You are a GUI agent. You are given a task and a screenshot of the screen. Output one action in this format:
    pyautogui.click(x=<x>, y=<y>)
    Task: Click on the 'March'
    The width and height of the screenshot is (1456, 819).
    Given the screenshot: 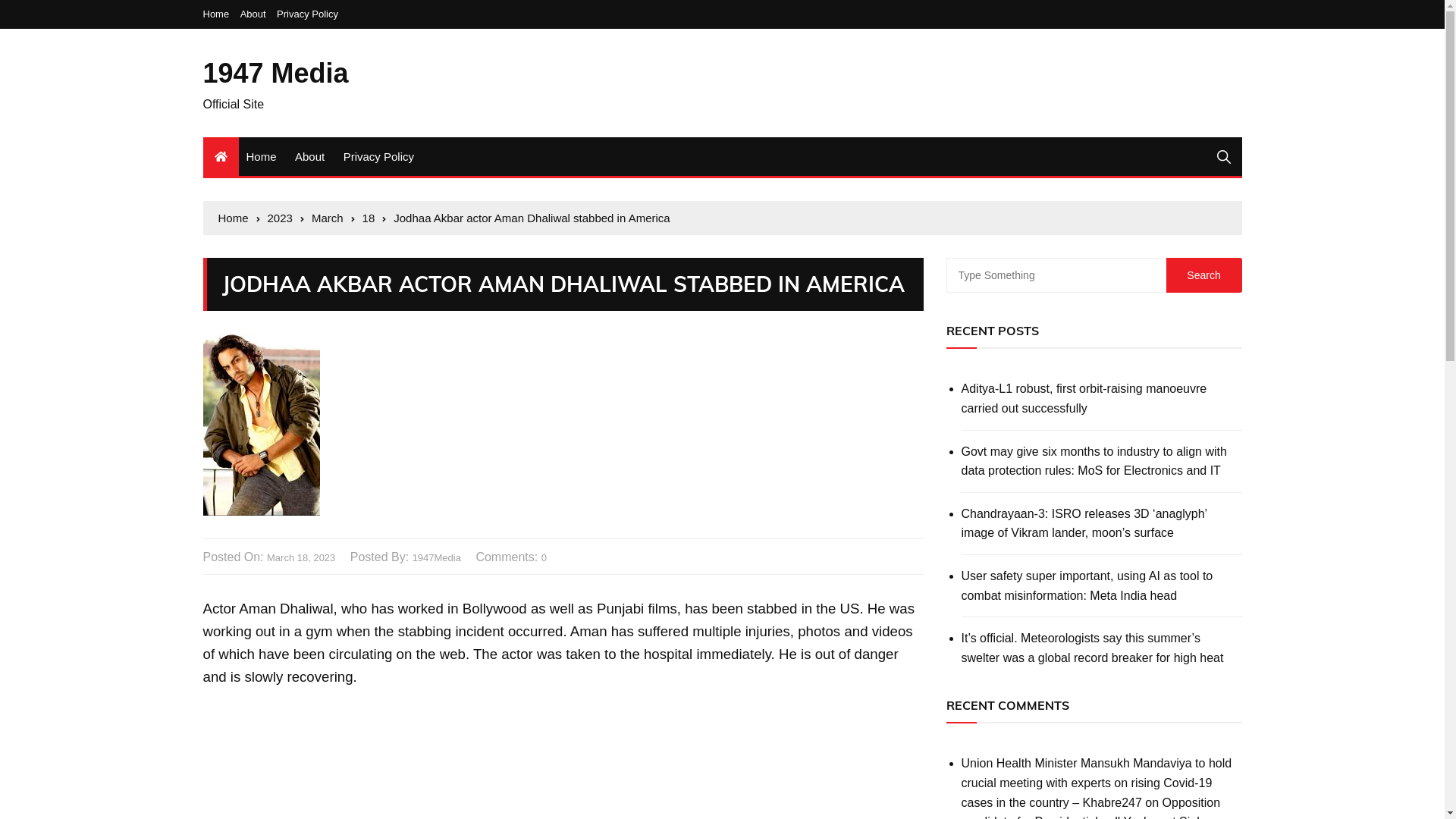 What is the action you would take?
    pyautogui.click(x=311, y=218)
    